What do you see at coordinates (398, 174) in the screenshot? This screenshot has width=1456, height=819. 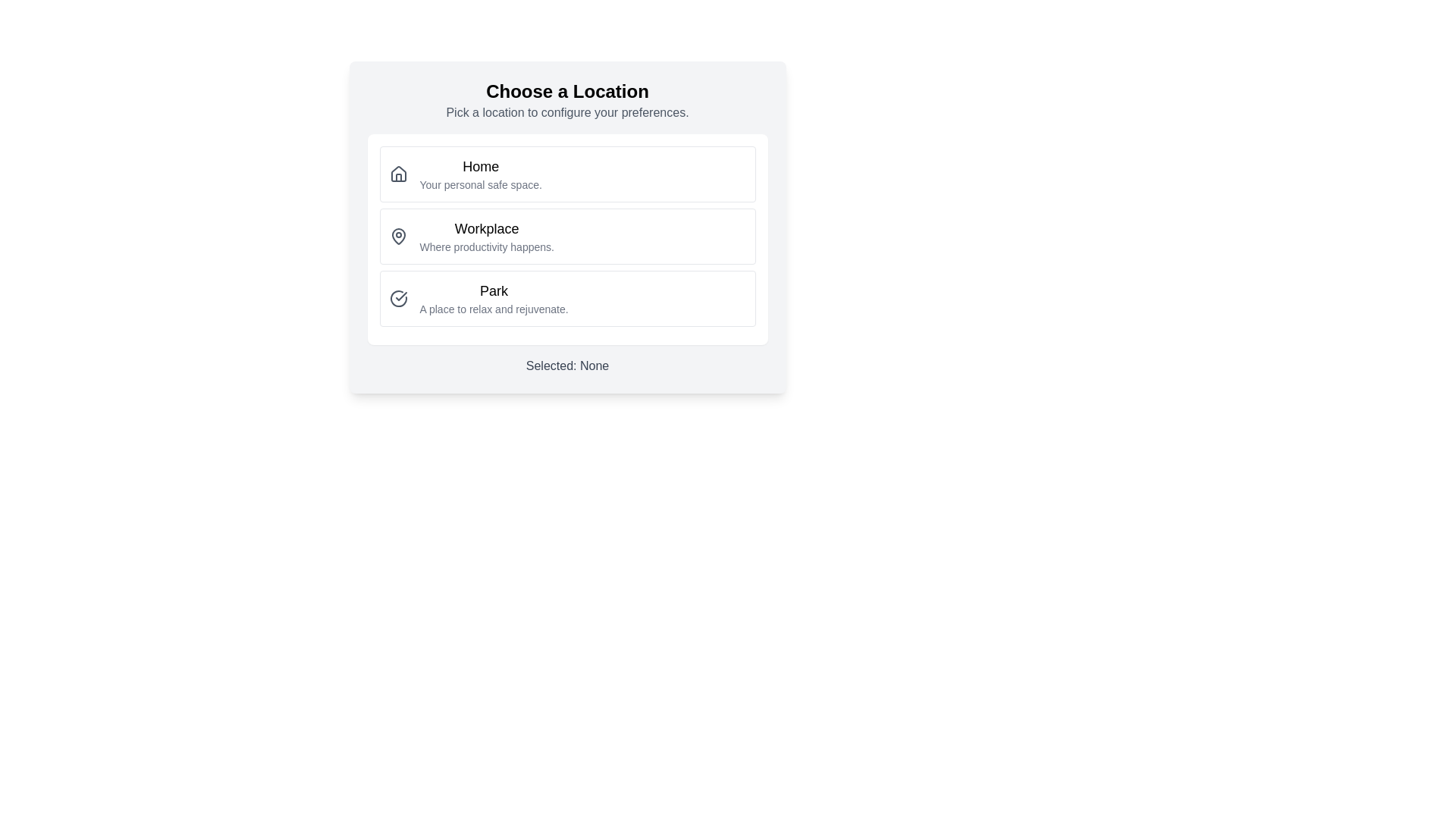 I see `the house icon representing the 'Home' navigation option, located at the top-left quadrant of the card, adjacent to the 'Home' text label` at bounding box center [398, 174].